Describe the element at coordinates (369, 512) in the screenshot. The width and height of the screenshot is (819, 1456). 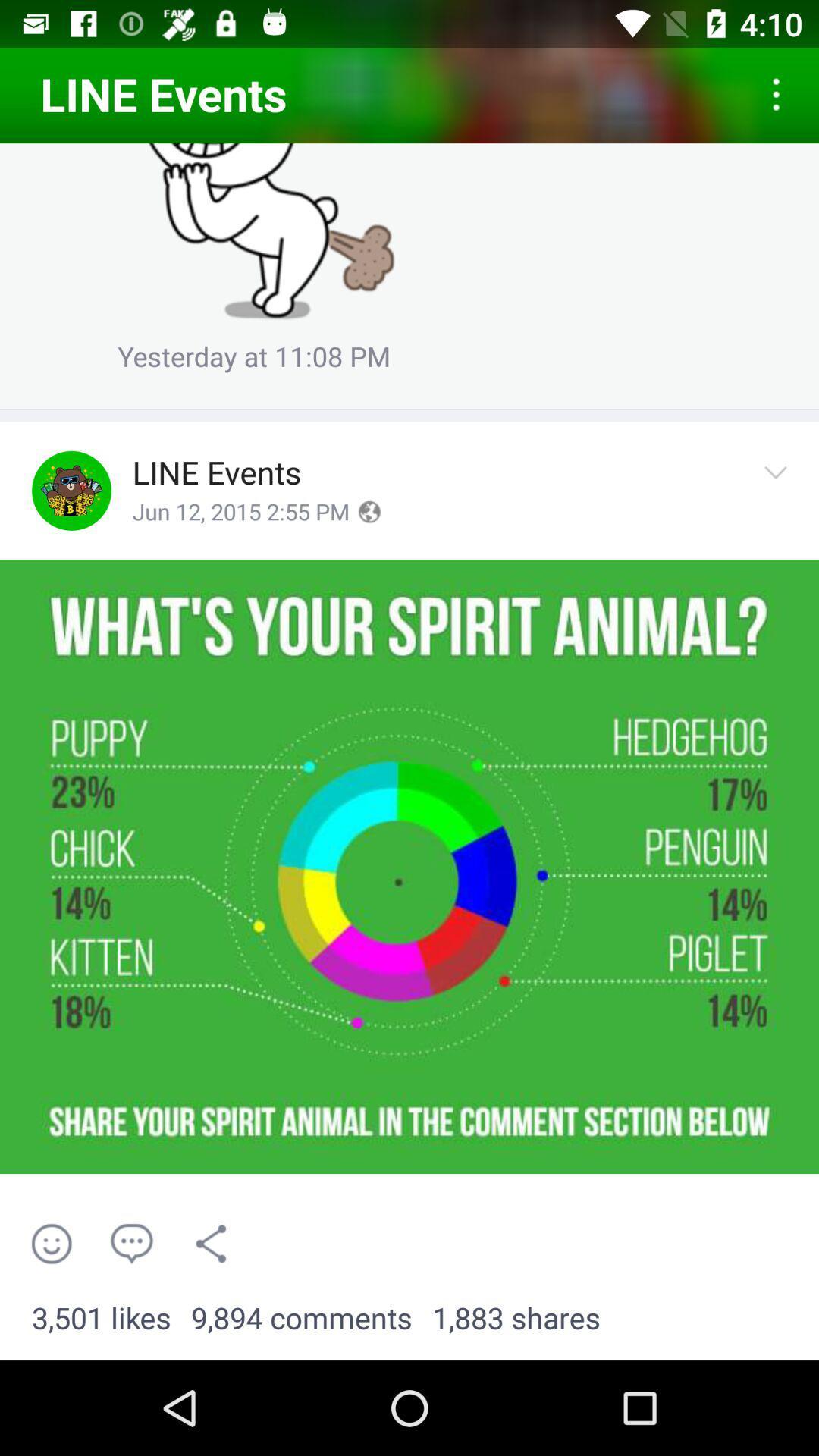
I see `icon to the right of the jun 12 2015` at that location.